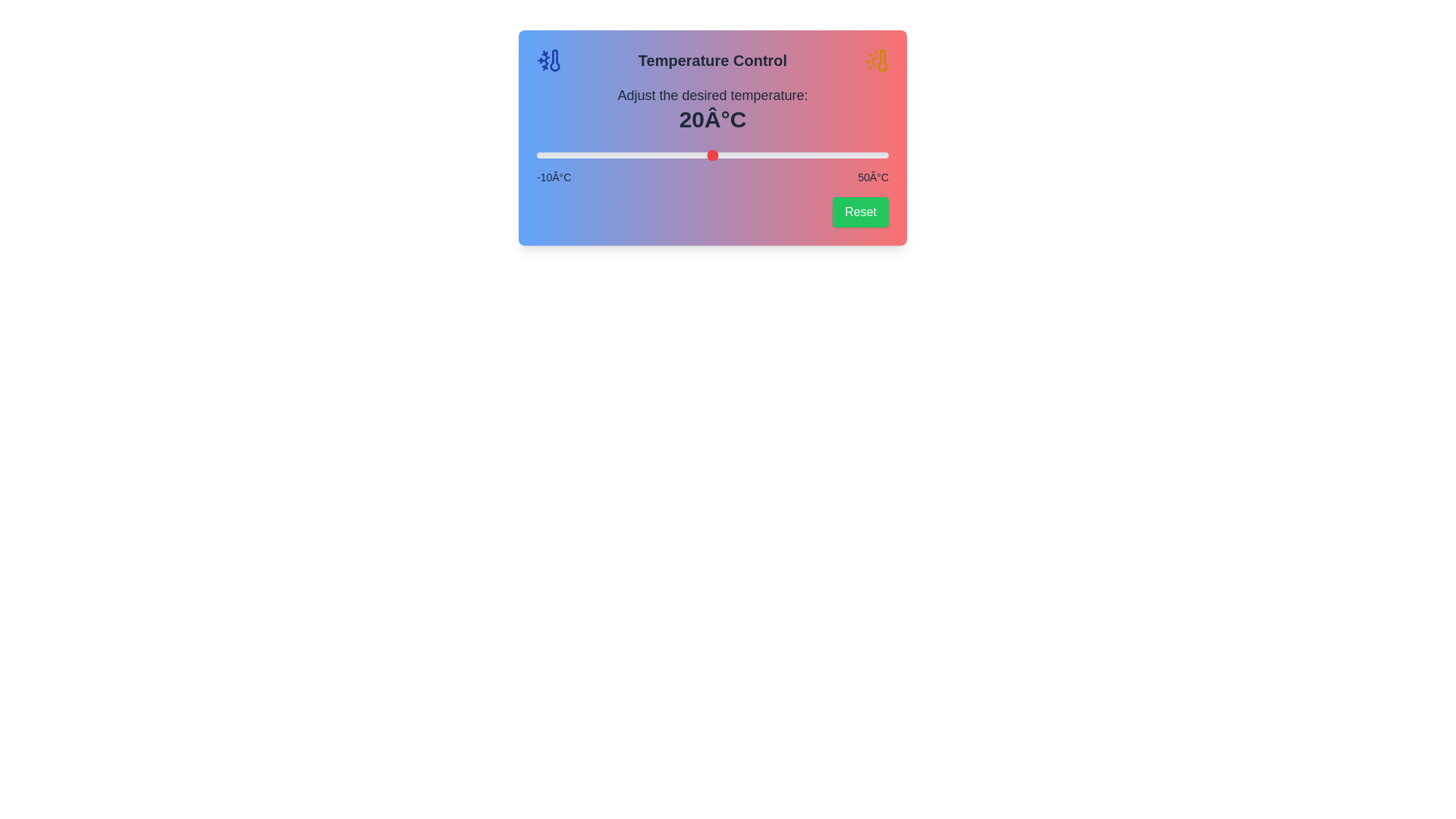  What do you see at coordinates (823, 155) in the screenshot?
I see `the slider to set the temperature to 39°C` at bounding box center [823, 155].